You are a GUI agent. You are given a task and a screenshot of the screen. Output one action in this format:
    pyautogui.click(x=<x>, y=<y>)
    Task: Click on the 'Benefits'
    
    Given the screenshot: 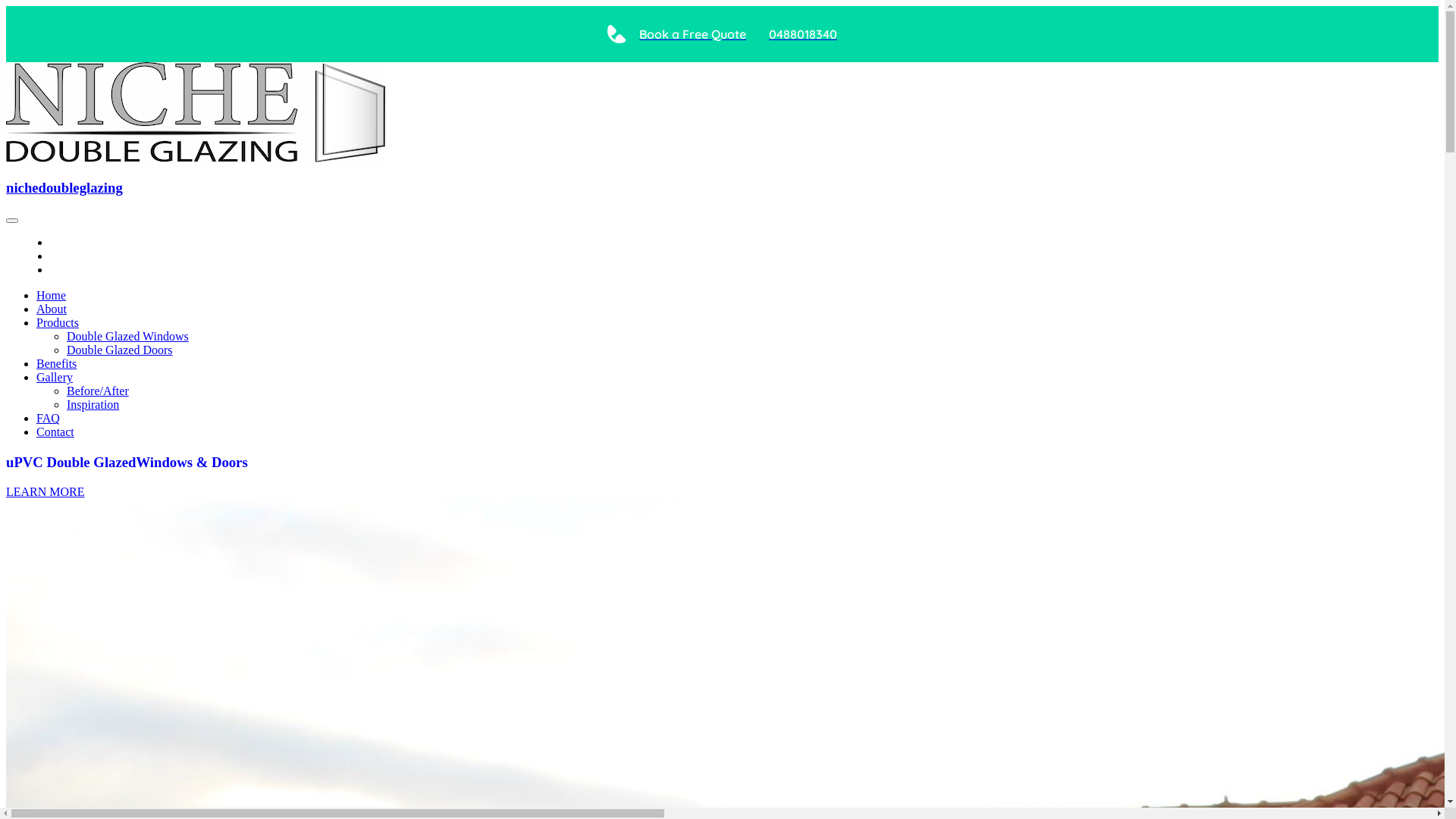 What is the action you would take?
    pyautogui.click(x=56, y=363)
    